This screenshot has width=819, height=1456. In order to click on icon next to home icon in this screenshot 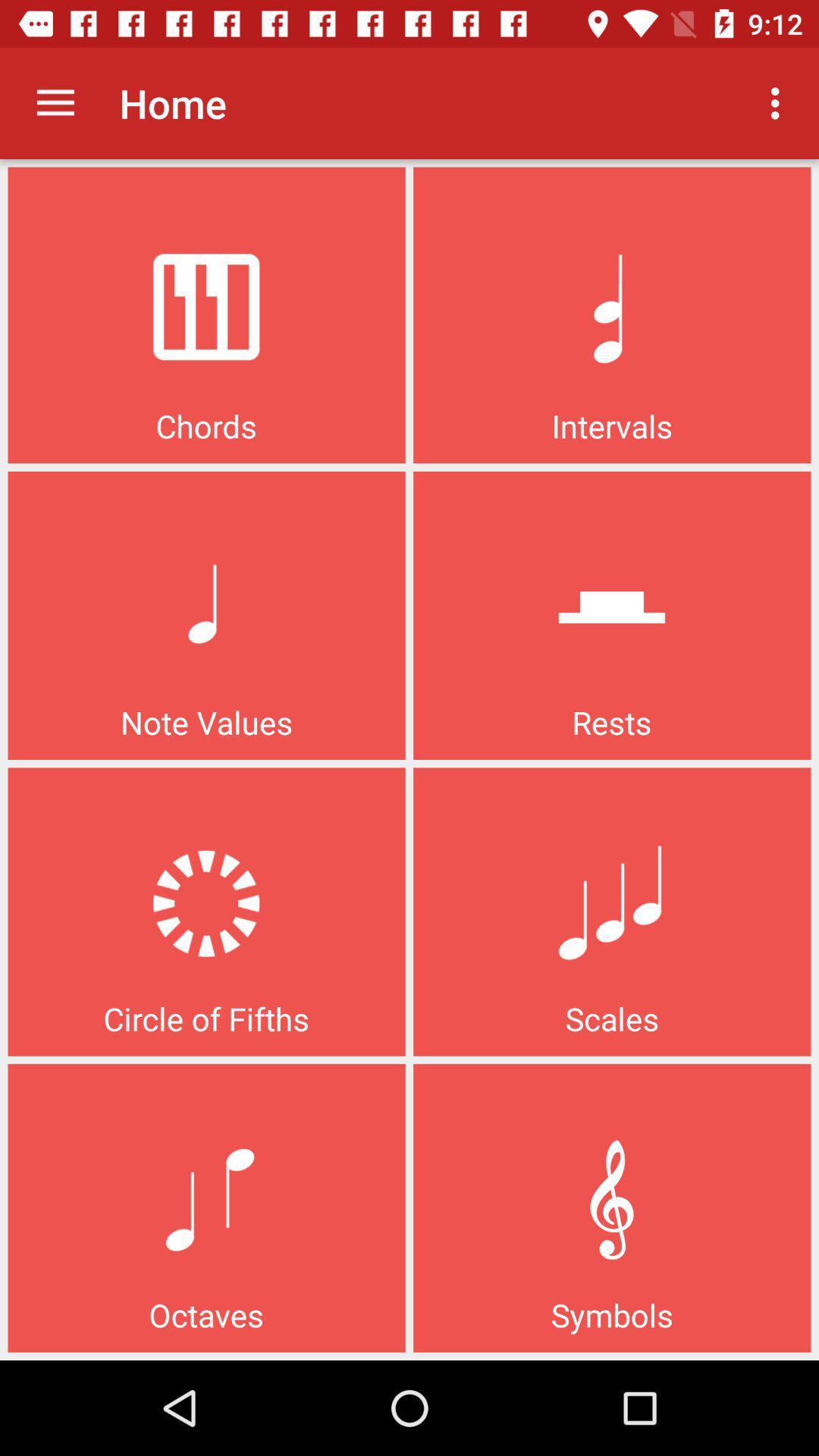, I will do `click(55, 102)`.